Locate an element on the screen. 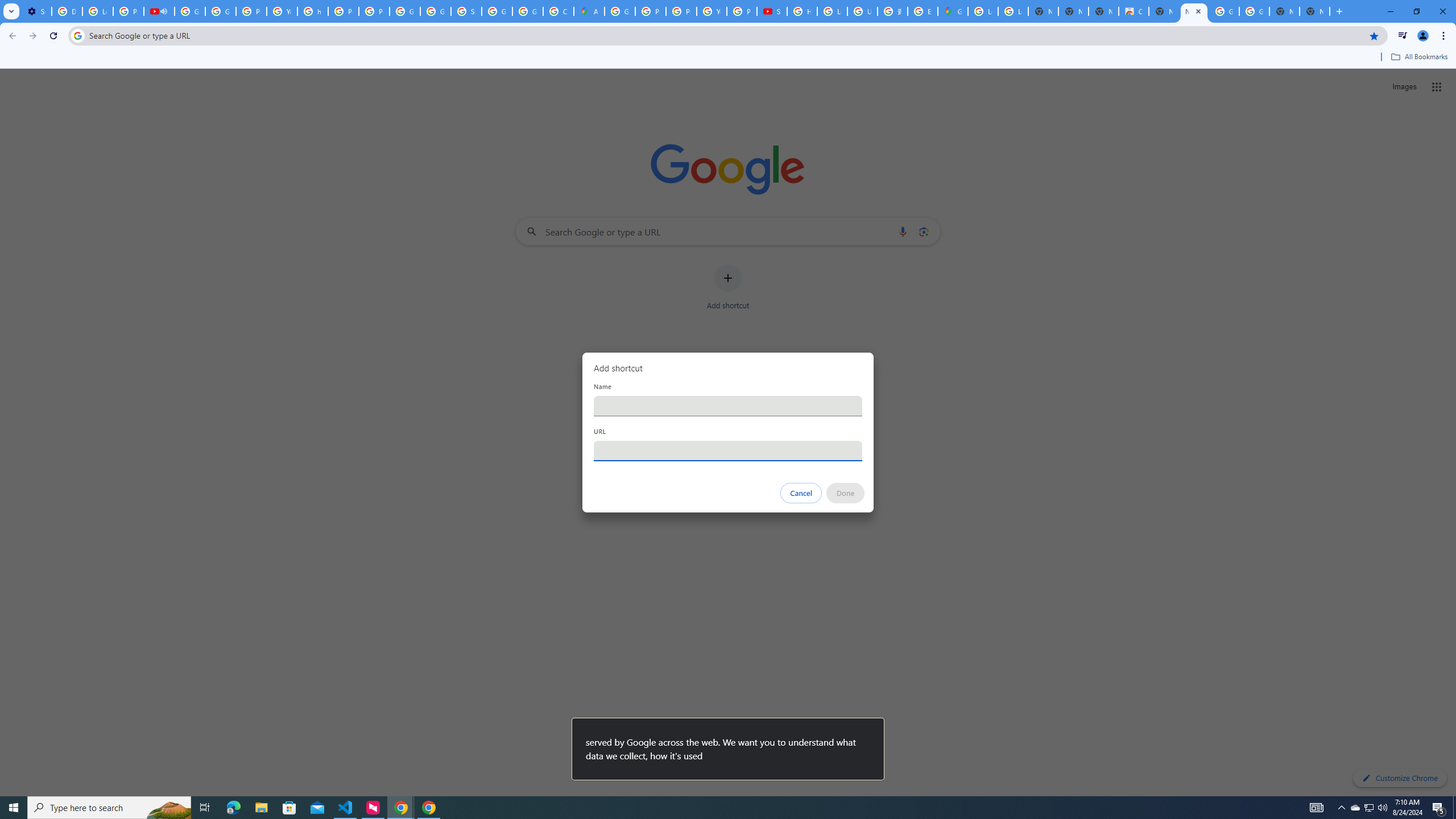 The image size is (1456, 819). 'Control your music, videos, and more' is located at coordinates (1403, 35).